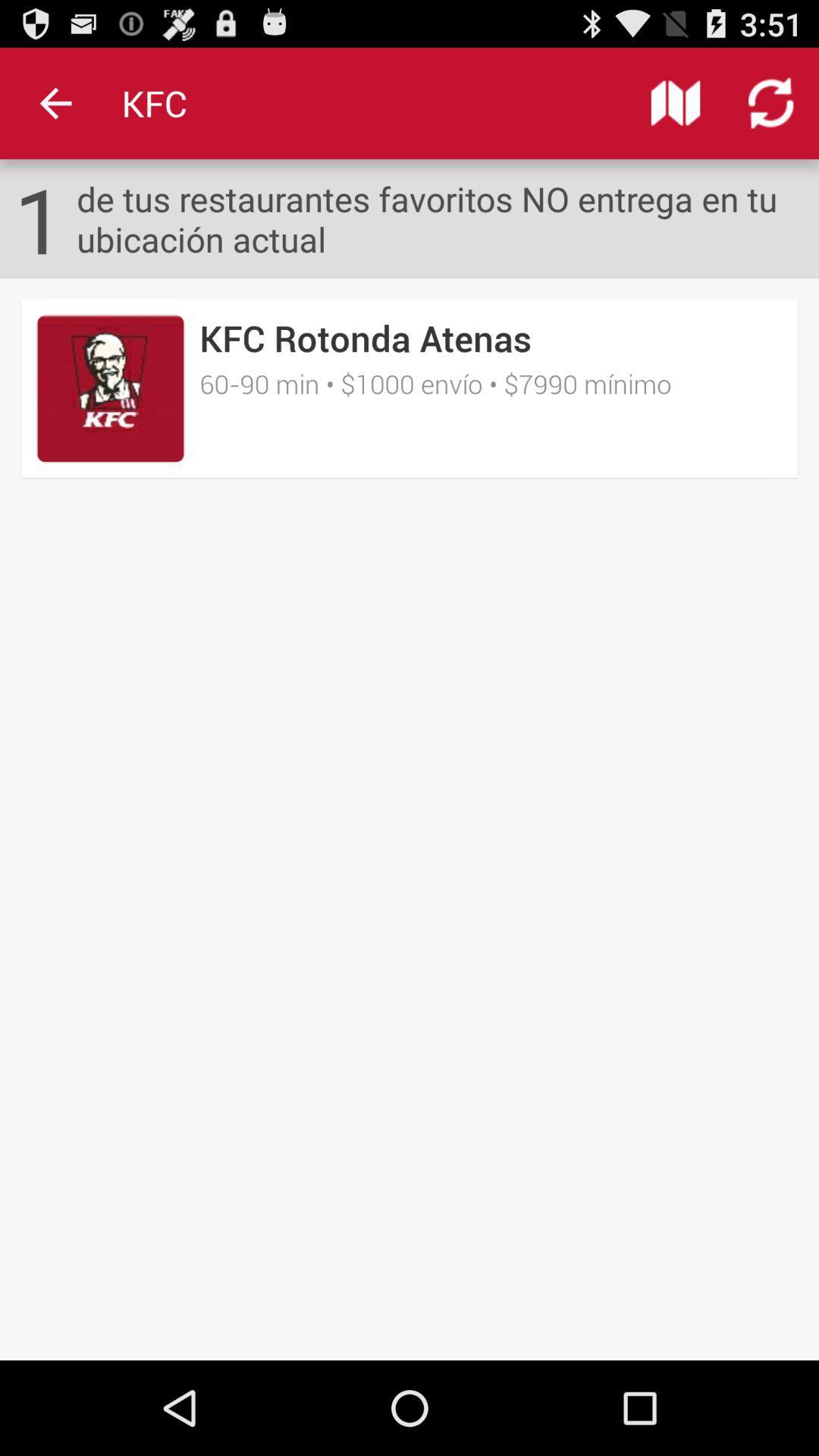  I want to click on 1, so click(39, 218).